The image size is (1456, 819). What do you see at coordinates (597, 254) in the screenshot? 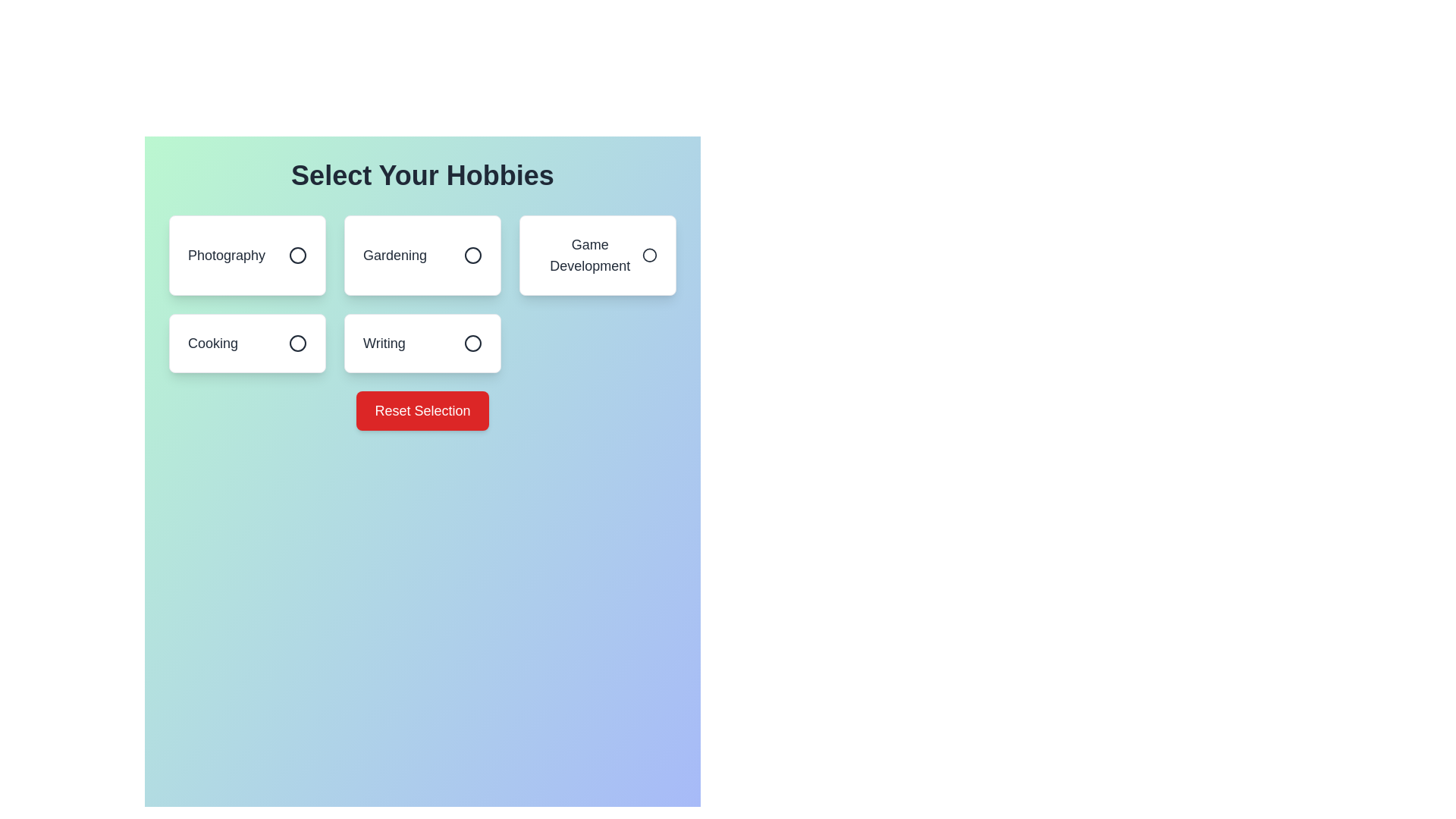
I see `the hobby item Game Development` at bounding box center [597, 254].